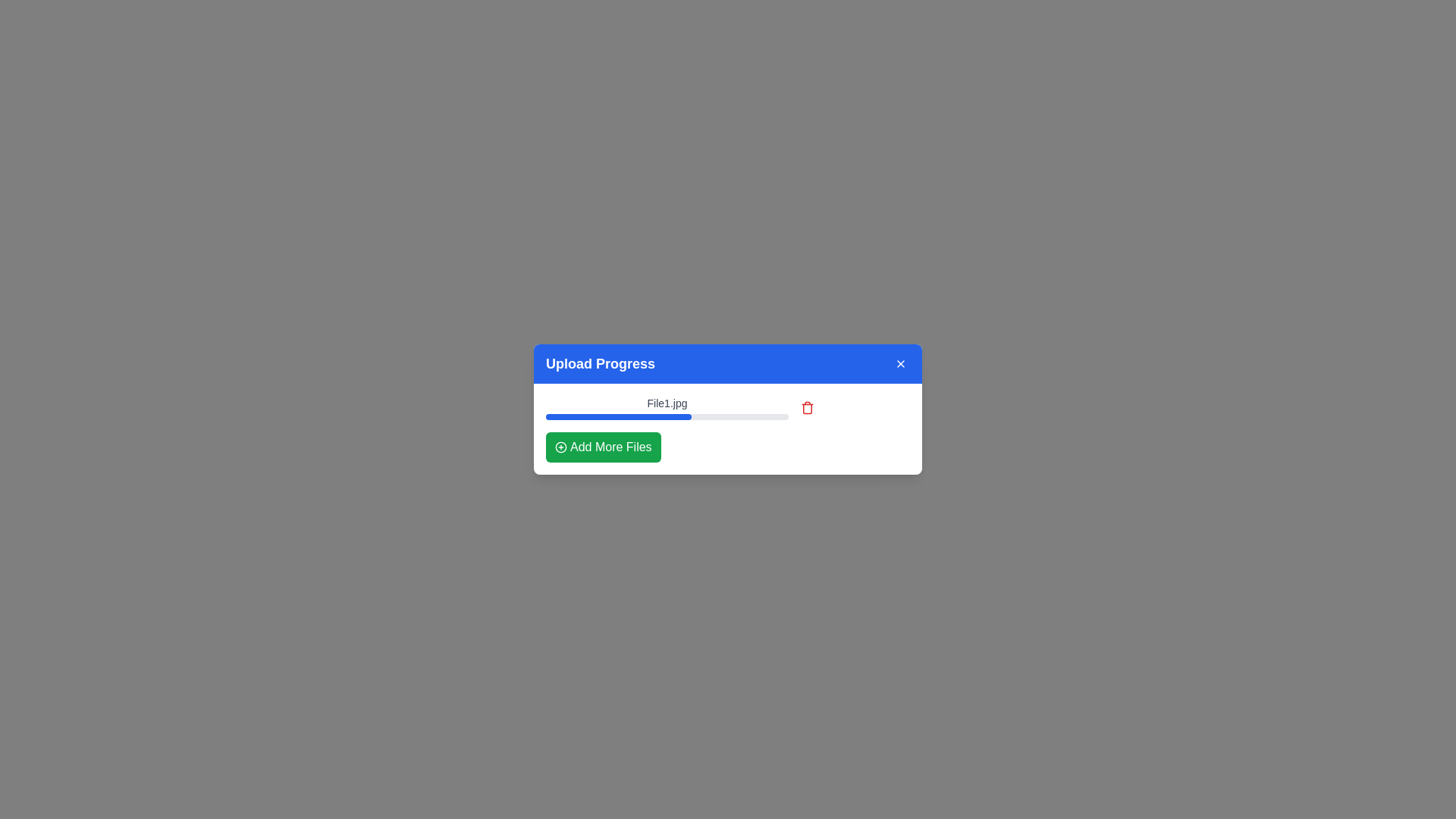 The width and height of the screenshot is (1456, 819). What do you see at coordinates (602, 447) in the screenshot?
I see `the 'Add More Files' button located at the bottom left of the 'Upload Progress' dialog box to initiate the process of adding additional files to the ongoing upload` at bounding box center [602, 447].